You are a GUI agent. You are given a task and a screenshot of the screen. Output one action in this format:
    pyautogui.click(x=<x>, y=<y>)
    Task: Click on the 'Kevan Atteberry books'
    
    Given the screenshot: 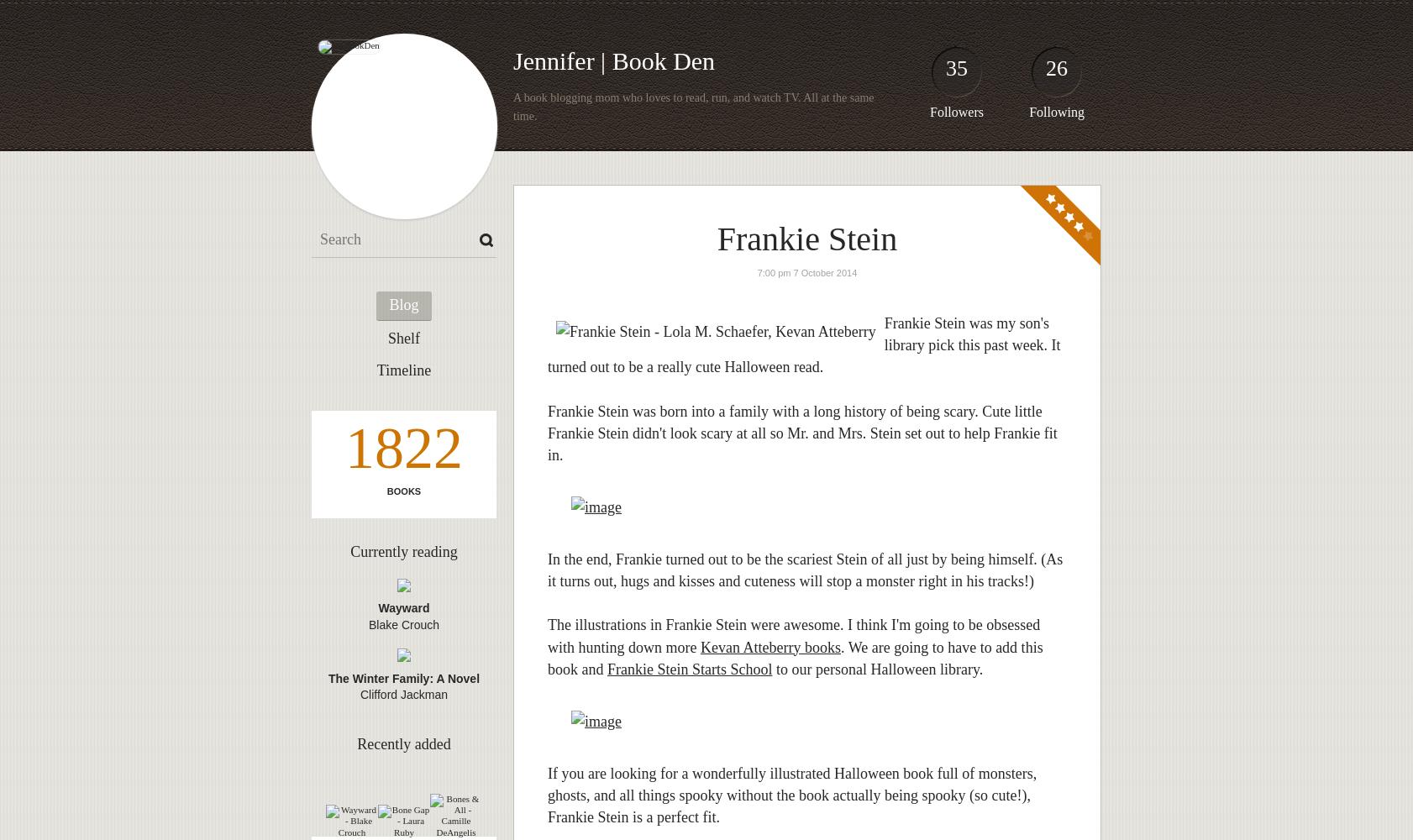 What is the action you would take?
    pyautogui.click(x=700, y=647)
    